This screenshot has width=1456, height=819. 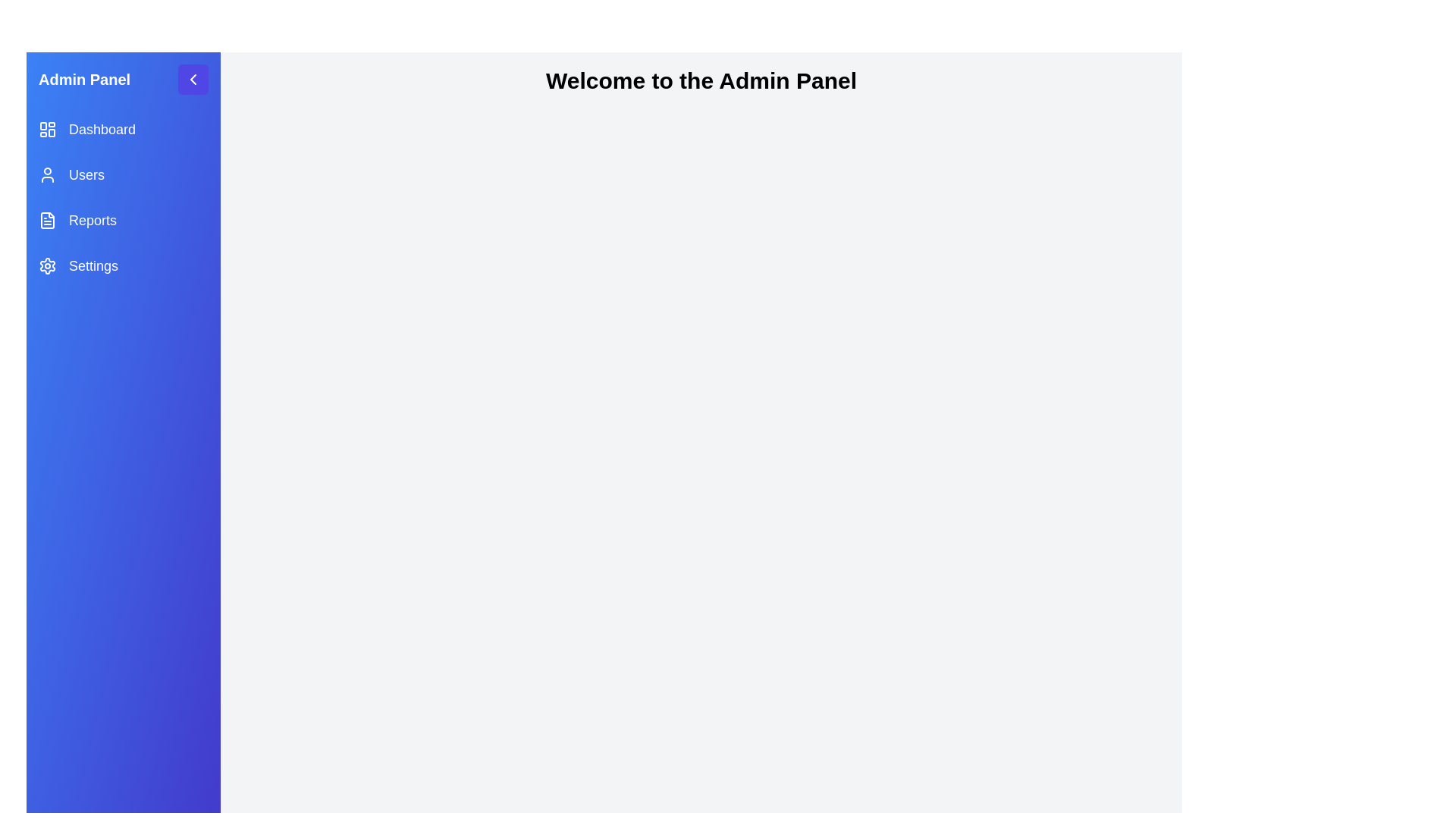 I want to click on the chevron icon located in the top-left section of the layout inside the sidebar, so click(x=192, y=79).